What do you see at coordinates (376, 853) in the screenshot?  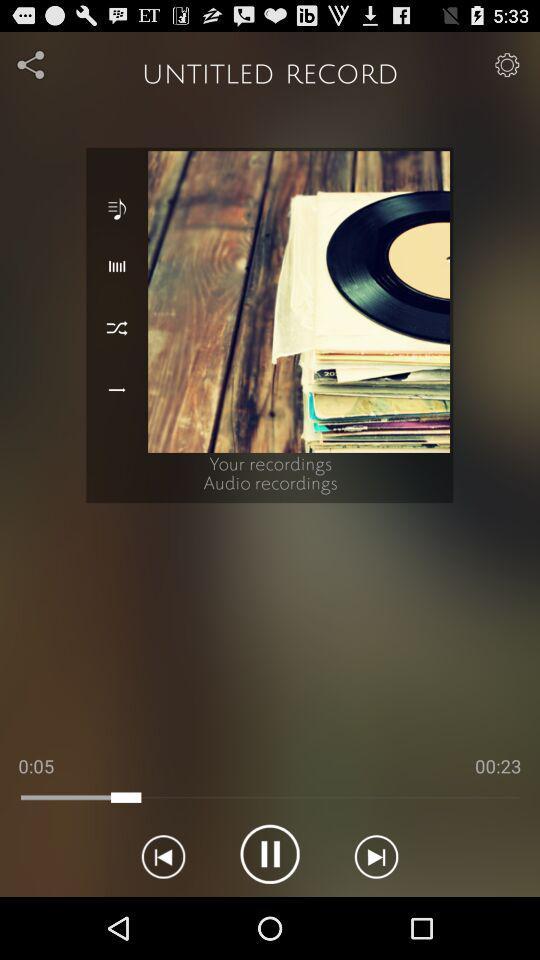 I see `next icon right to pause option` at bounding box center [376, 853].